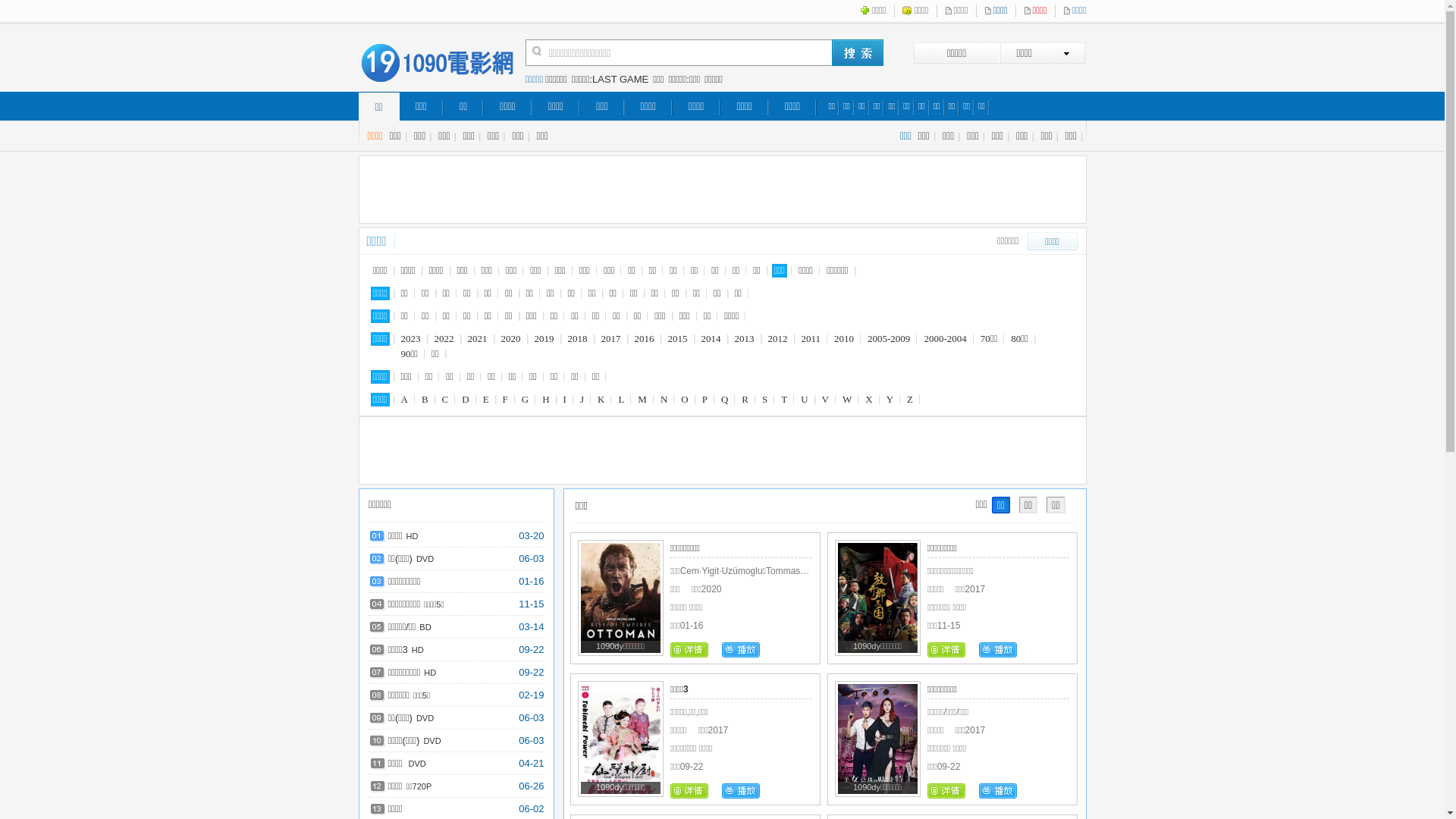 The width and height of the screenshot is (1456, 819). I want to click on 'B', so click(425, 399).